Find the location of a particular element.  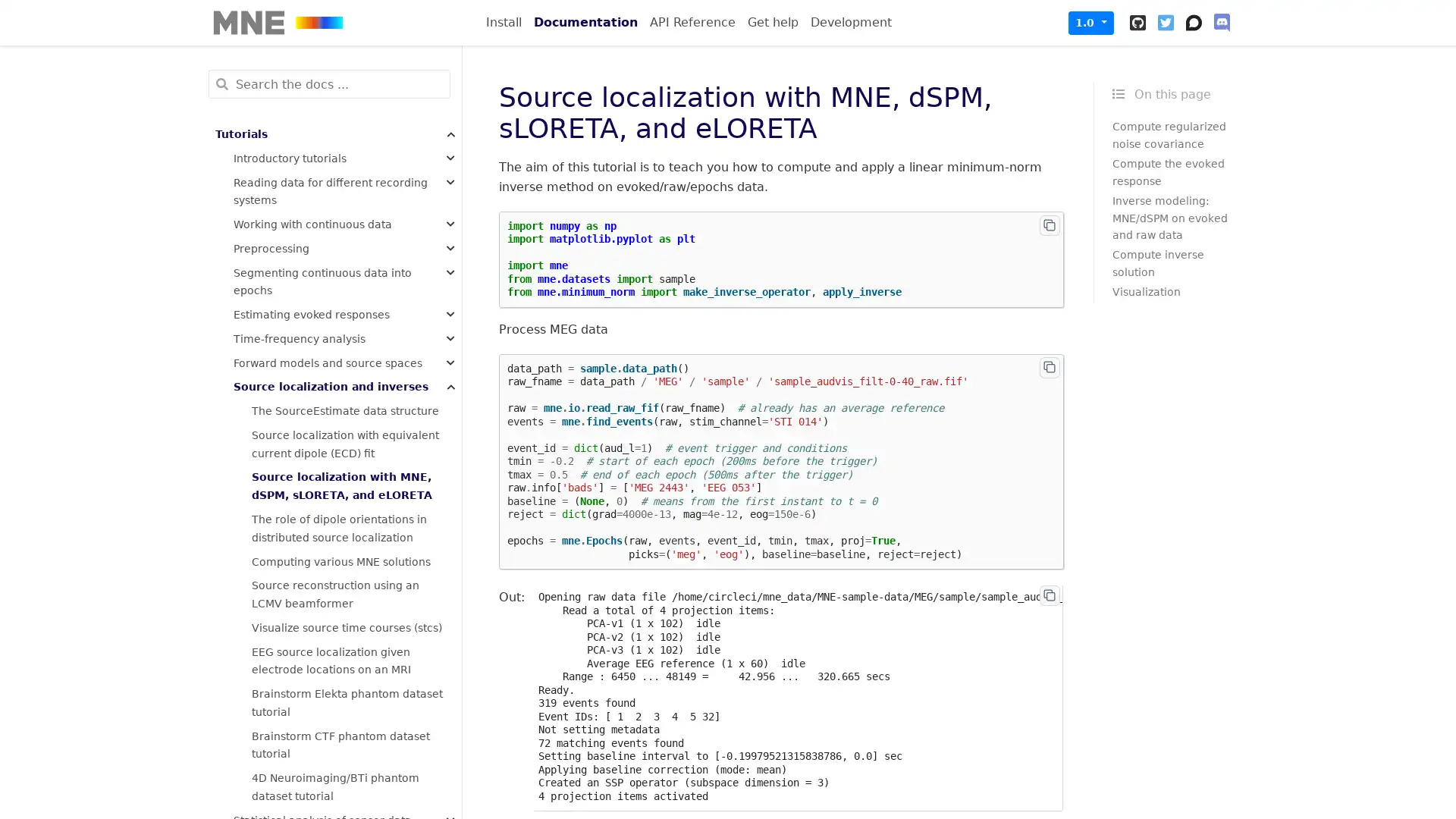

1.0 is located at coordinates (1090, 22).